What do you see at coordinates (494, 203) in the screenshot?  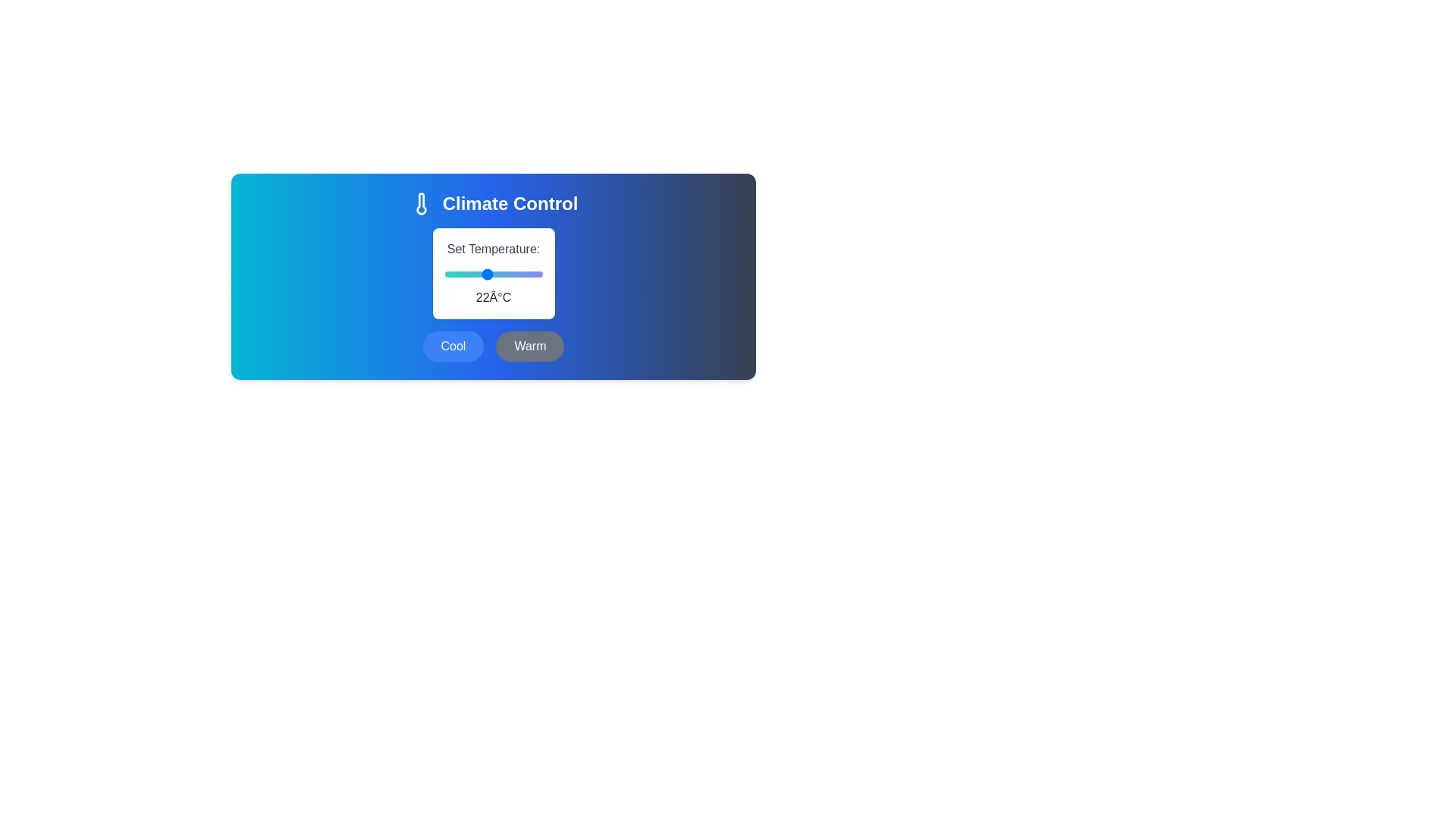 I see `the icon of the text with icon header located at the top center of the climate control interface, which serves as a title for the section` at bounding box center [494, 203].